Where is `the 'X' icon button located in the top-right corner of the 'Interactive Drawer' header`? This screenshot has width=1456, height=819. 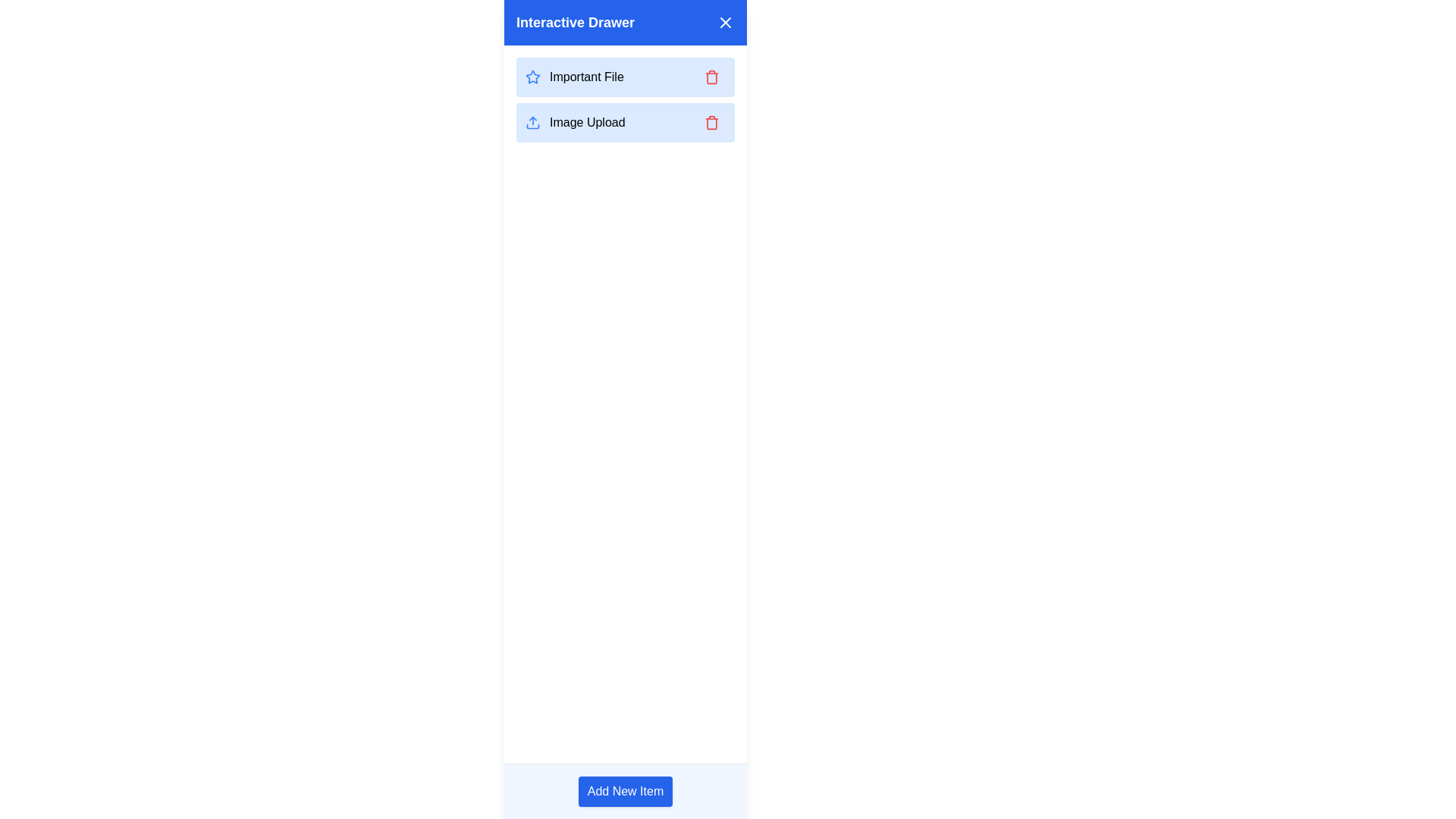 the 'X' icon button located in the top-right corner of the 'Interactive Drawer' header is located at coordinates (724, 23).